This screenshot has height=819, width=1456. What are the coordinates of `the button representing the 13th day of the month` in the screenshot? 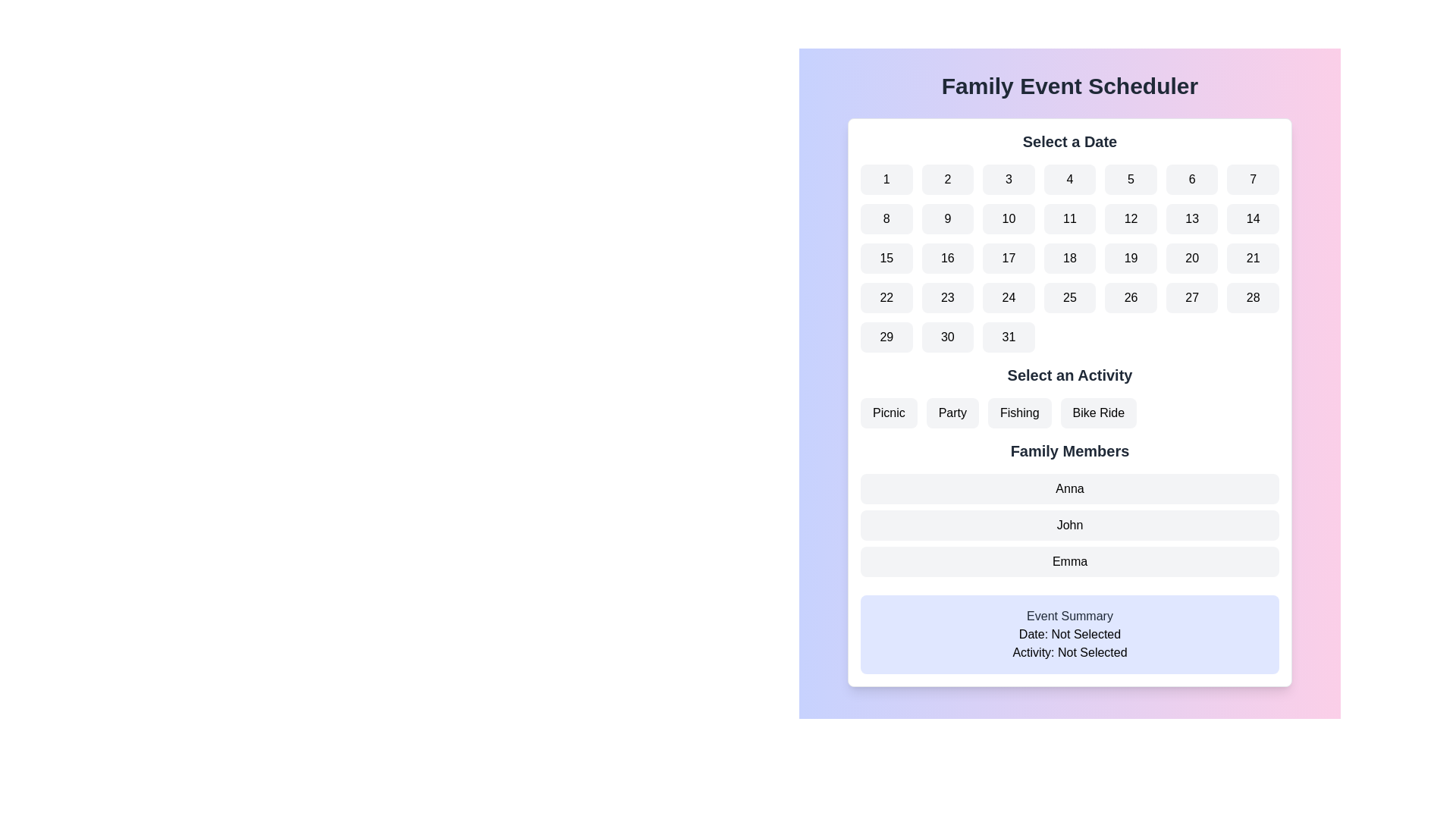 It's located at (1191, 219).